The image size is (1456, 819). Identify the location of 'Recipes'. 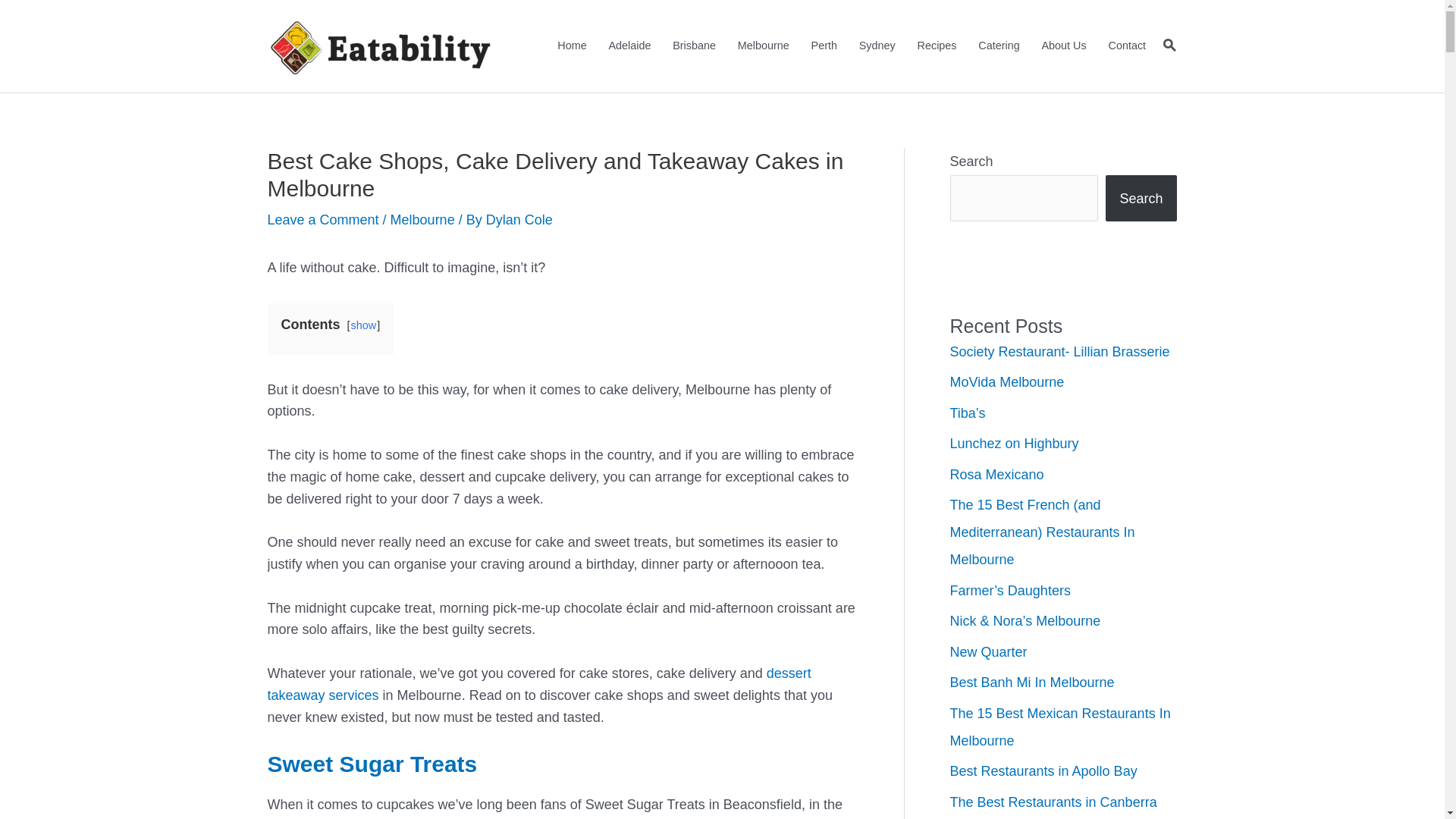
(936, 45).